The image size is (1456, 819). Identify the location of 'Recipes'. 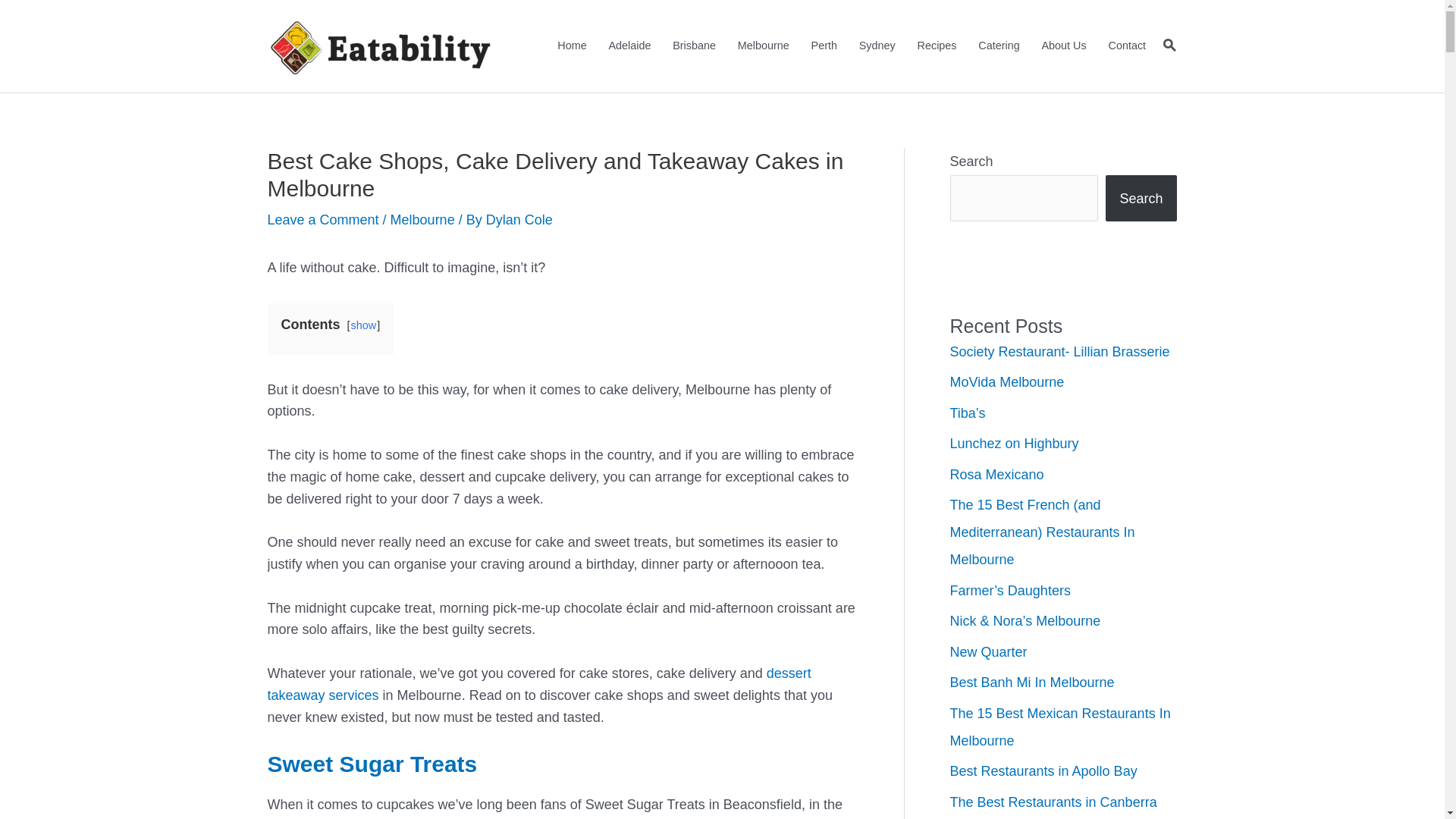
(936, 45).